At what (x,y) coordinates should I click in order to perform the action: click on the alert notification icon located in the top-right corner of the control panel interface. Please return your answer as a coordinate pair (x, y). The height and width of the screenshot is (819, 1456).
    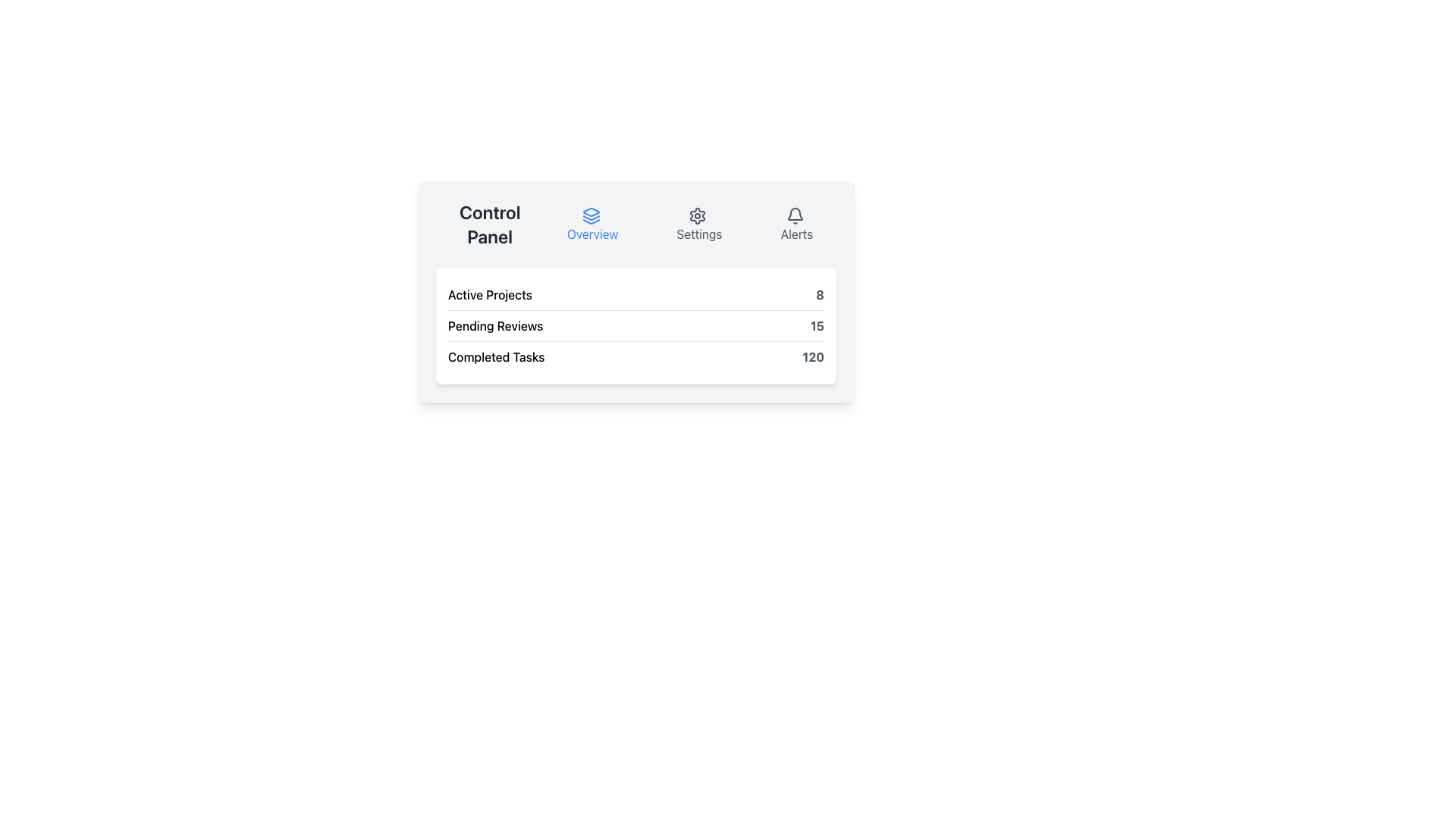
    Looking at the image, I should click on (794, 215).